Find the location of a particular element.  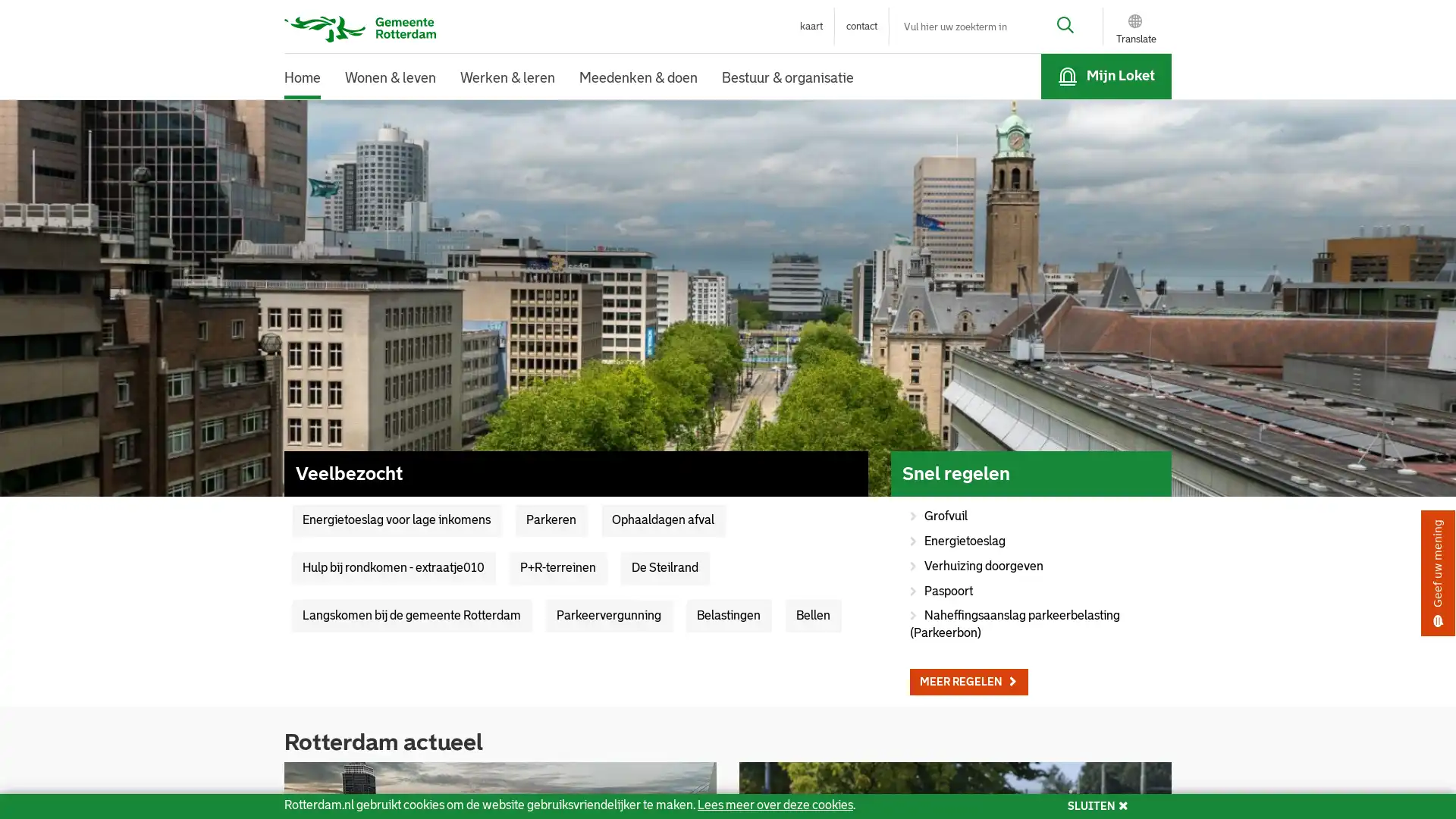

Geef uw mening is located at coordinates (1437, 573).